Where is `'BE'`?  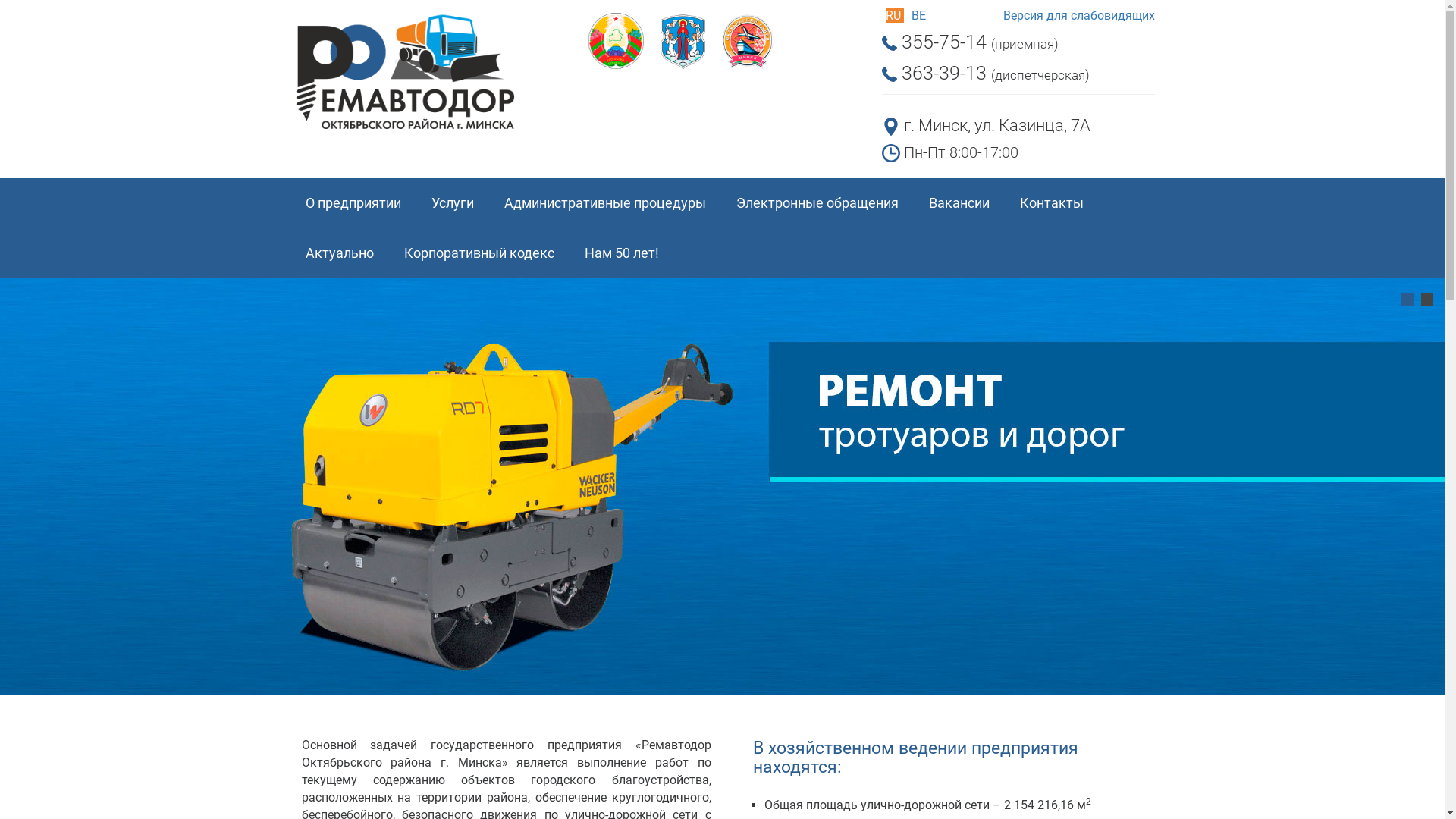 'BE' is located at coordinates (910, 15).